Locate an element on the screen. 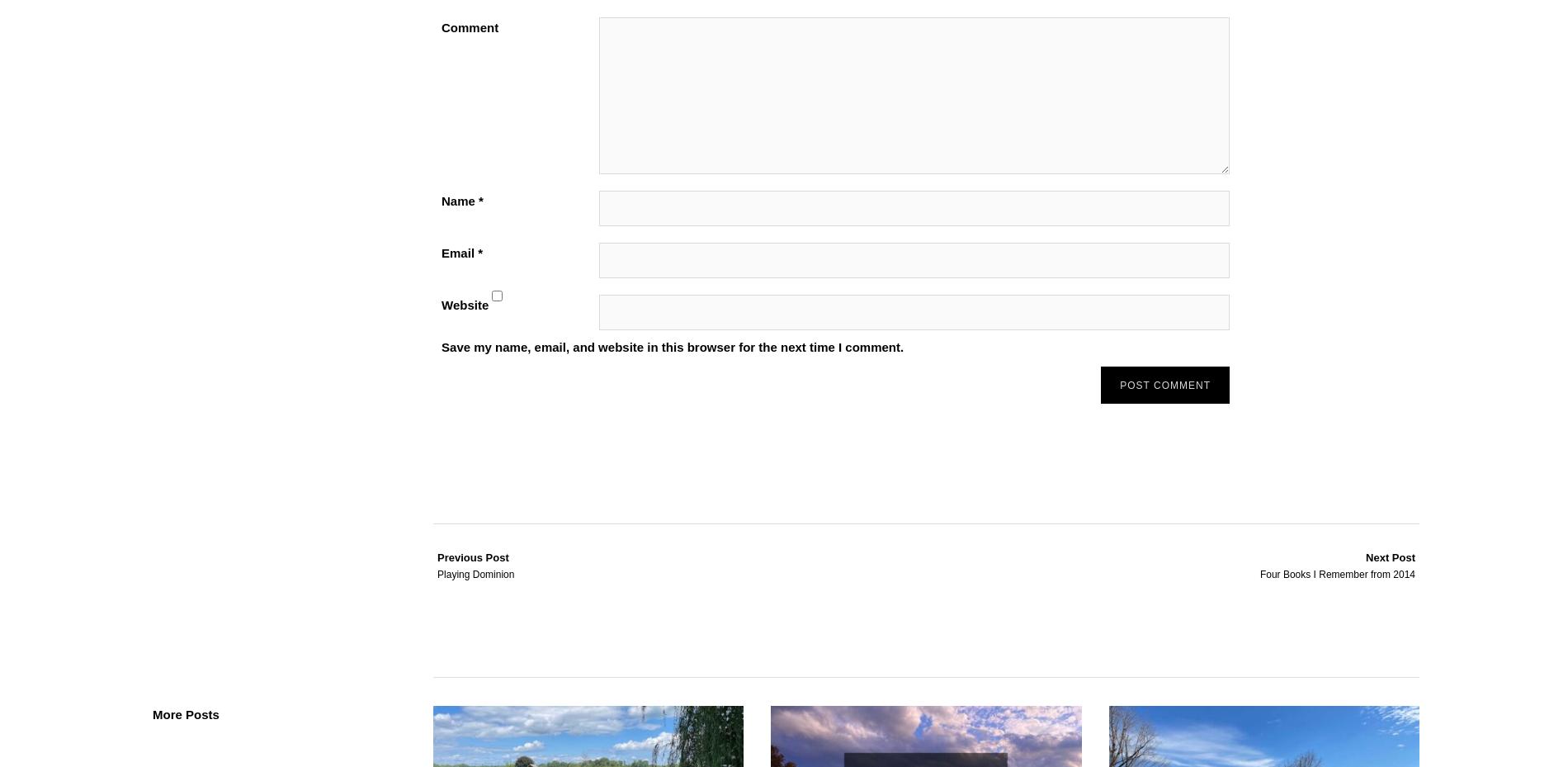 The height and width of the screenshot is (767, 1568). 'Website' is located at coordinates (465, 304).